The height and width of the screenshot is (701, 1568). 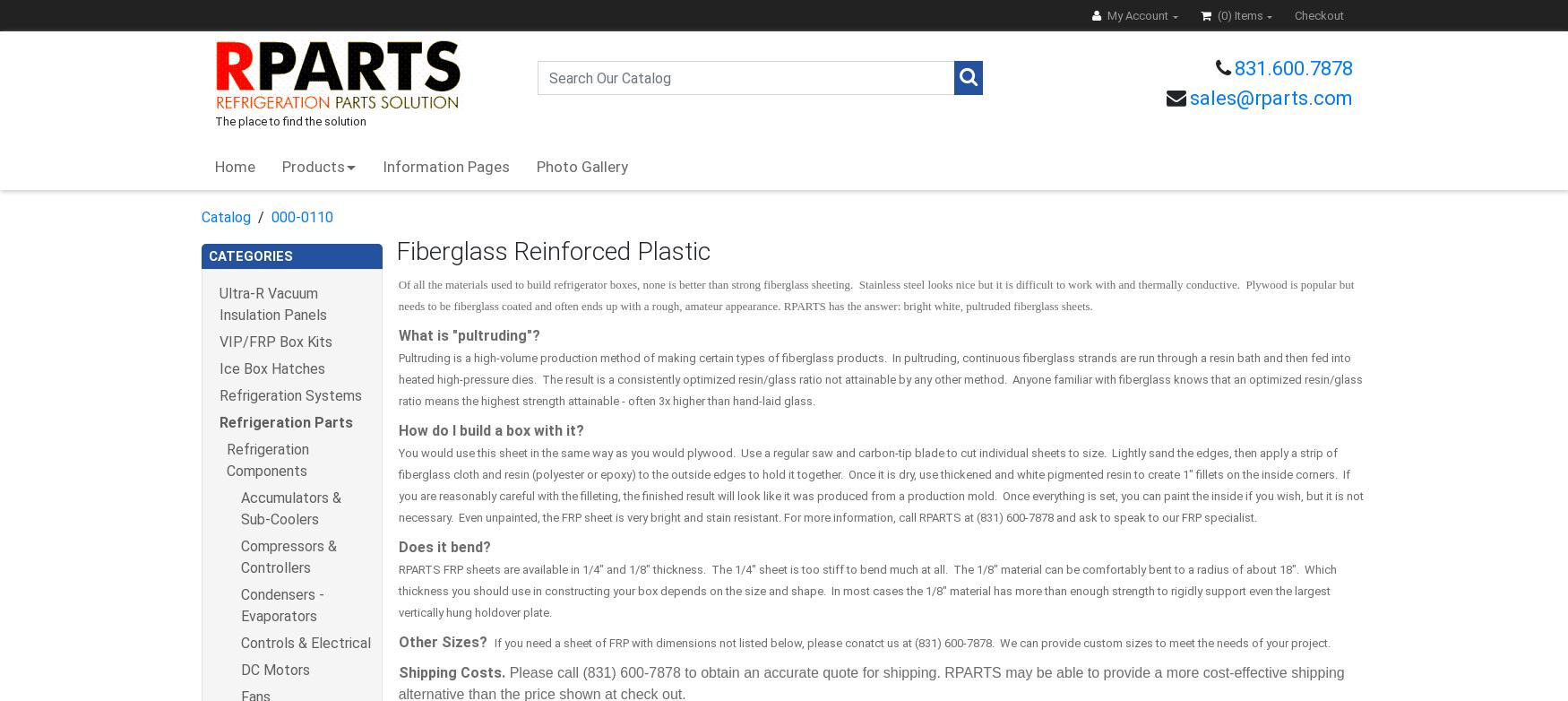 I want to click on 'If you need a sheet of FRP with dimensions not listed below, please conatct us at (831) 600-7878.  We can provide custom sizes to meet the needs of your project.', so click(x=910, y=642).